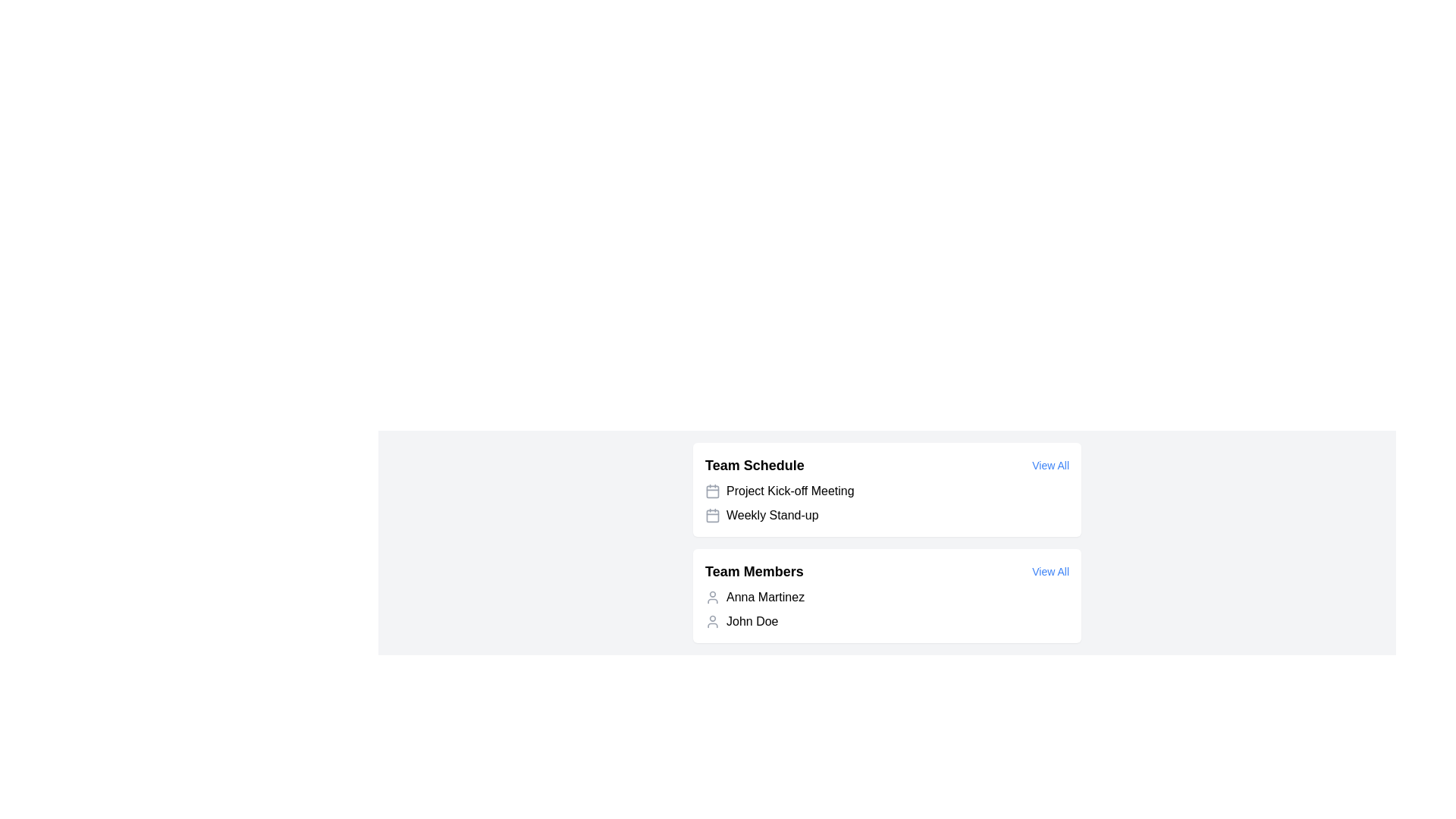  I want to click on the calendar event icon located to the left of the 'Weekly Stand-up' text in the 'Team Schedule' section, which is the second item in the list after 'Project Kick-off Meeting', so click(712, 514).